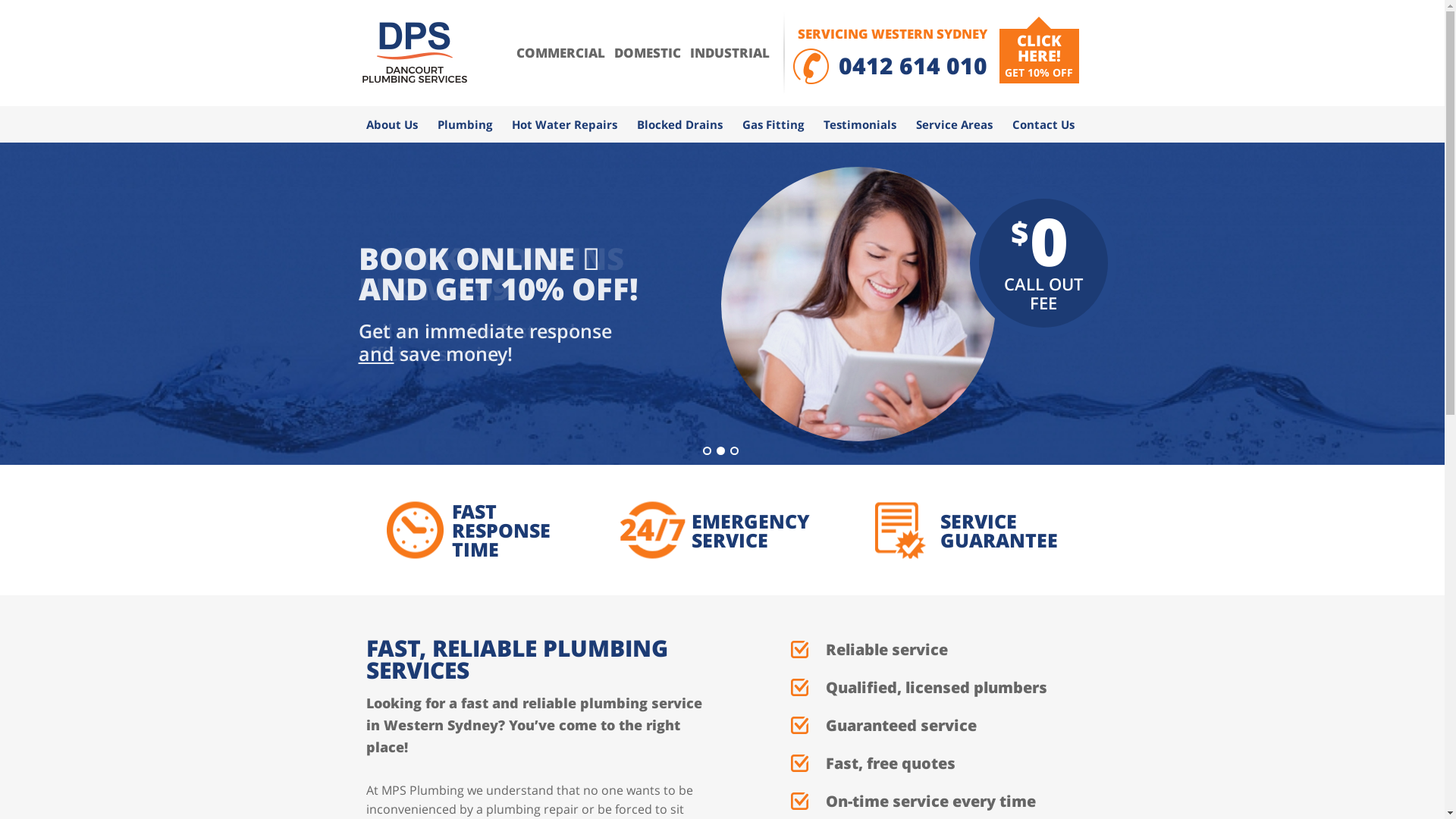  What do you see at coordinates (1002, 124) in the screenshot?
I see `'Contact Us'` at bounding box center [1002, 124].